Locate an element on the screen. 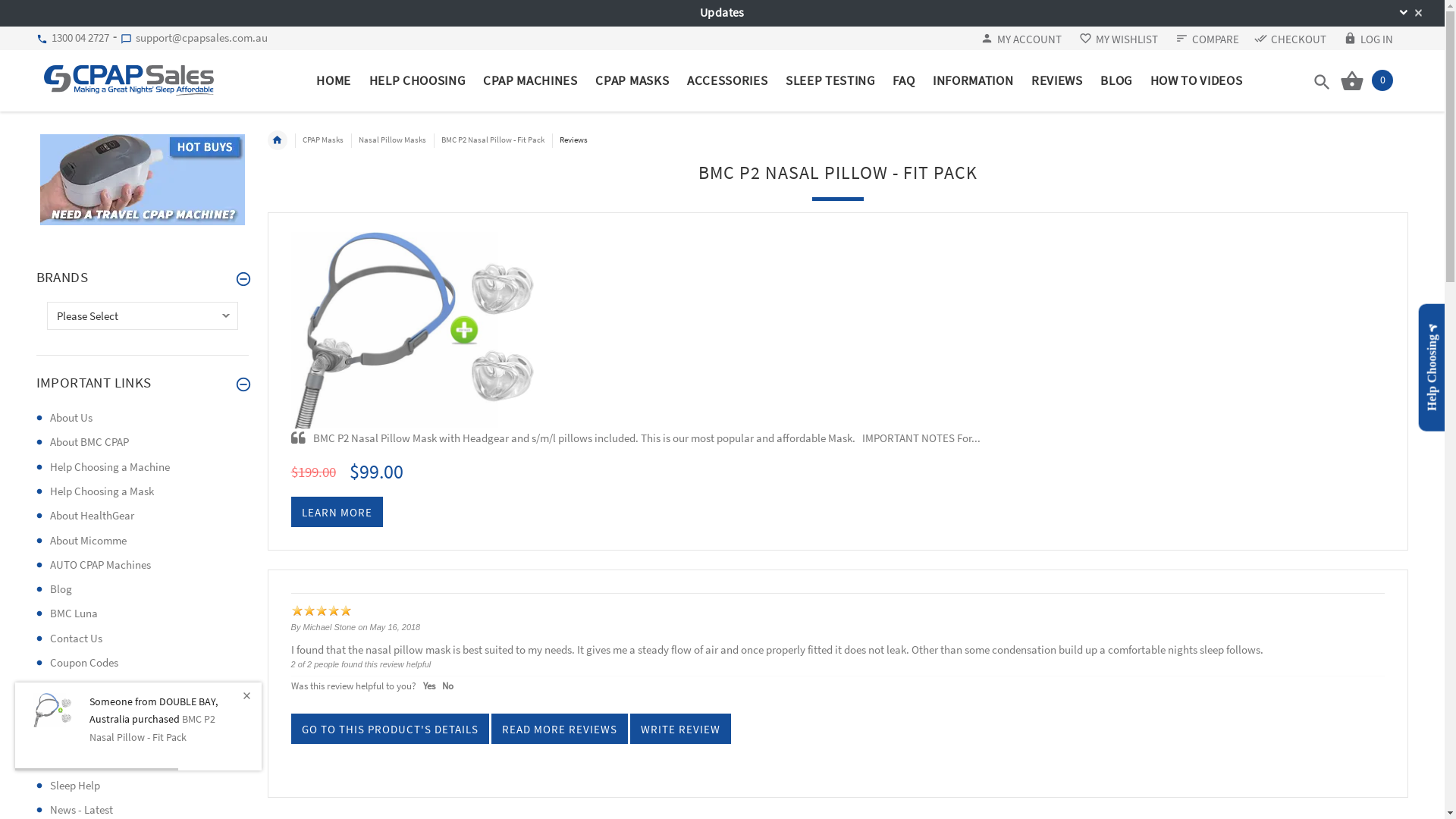 Image resolution: width=1456 pixels, height=819 pixels. 'MY WISHLIST' is located at coordinates (1078, 38).